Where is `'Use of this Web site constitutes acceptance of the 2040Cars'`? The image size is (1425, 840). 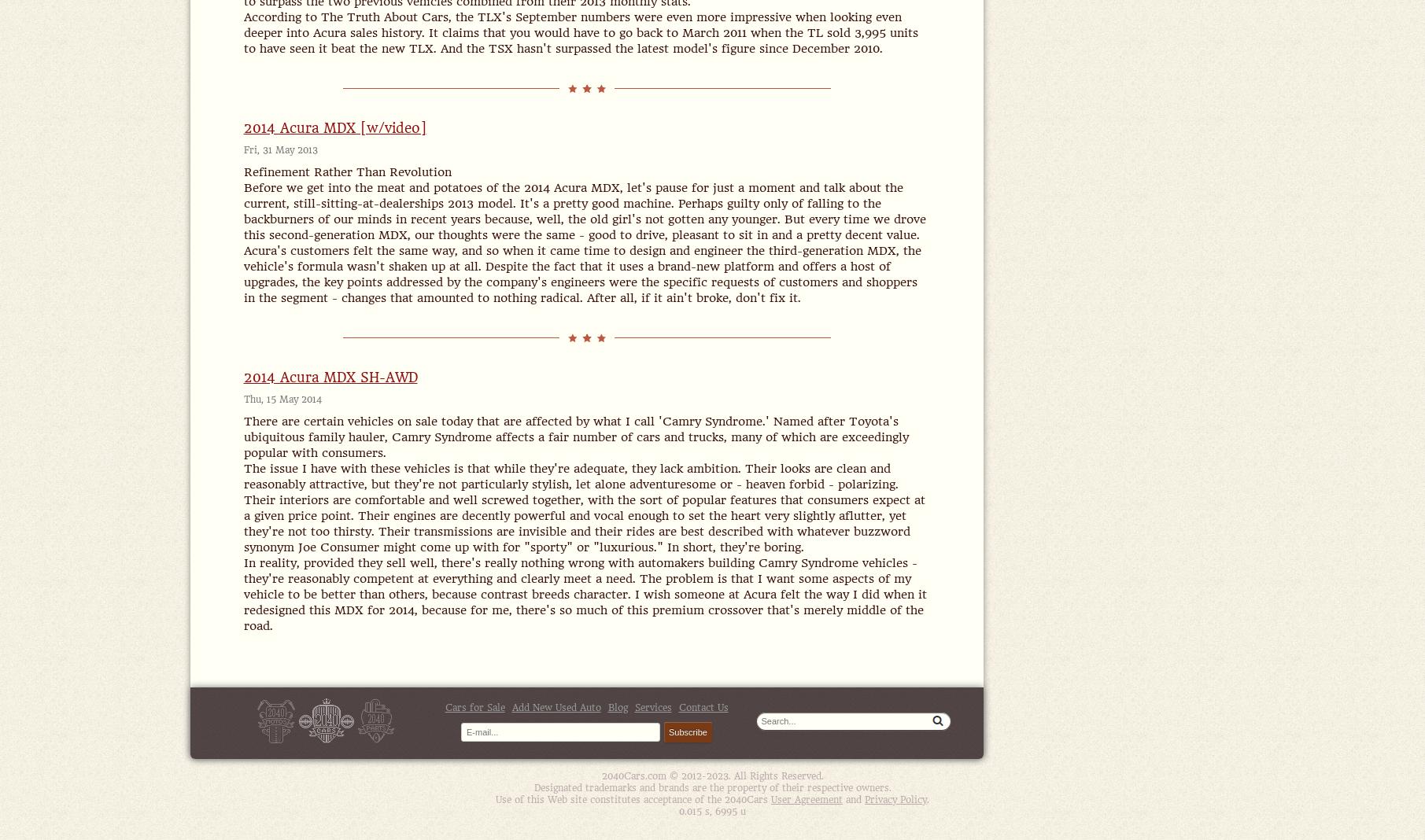
'Use of this Web site constitutes acceptance of the 2040Cars' is located at coordinates (496, 799).